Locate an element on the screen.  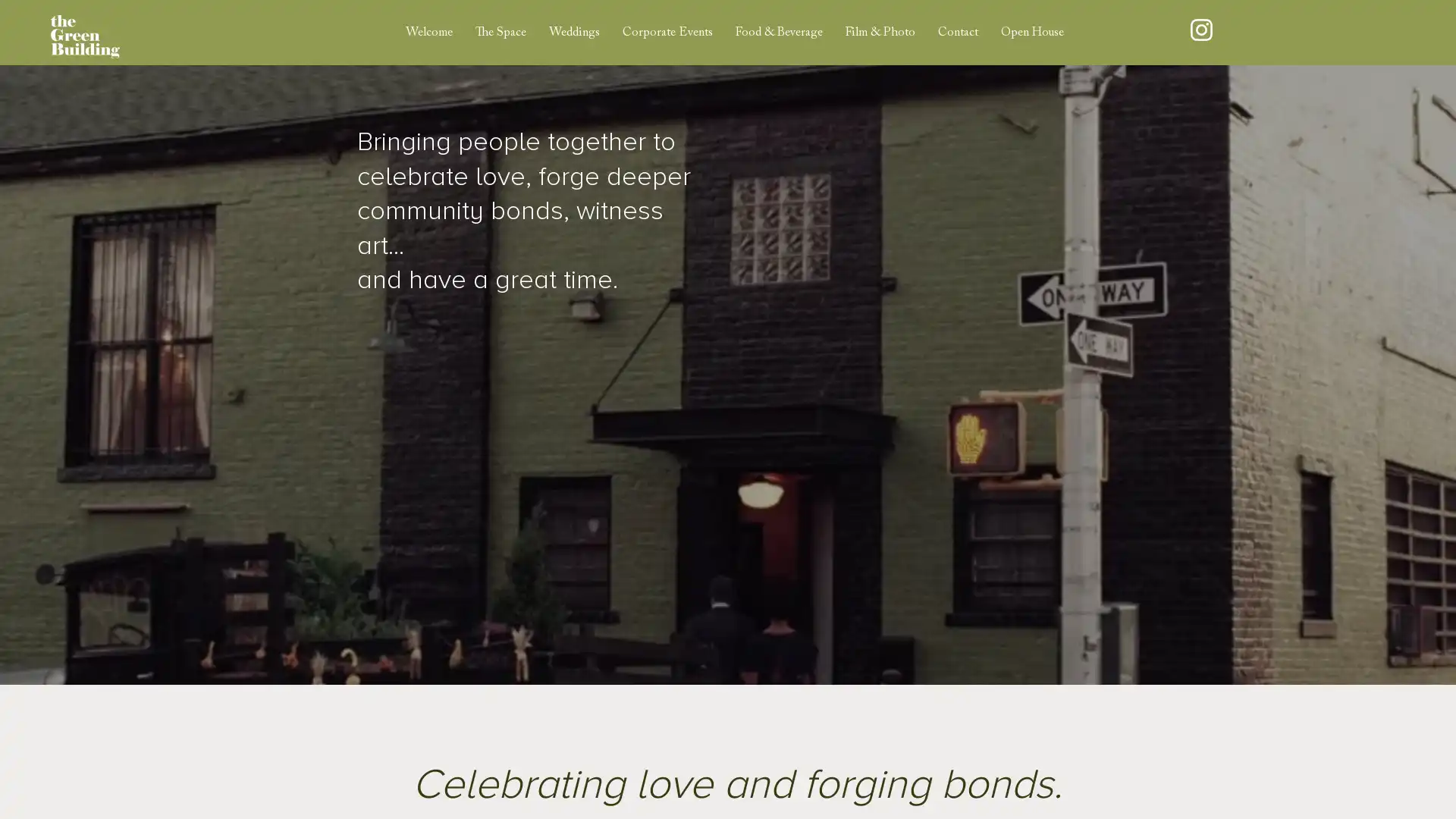
Log In is located at coordinates (1293, 32).